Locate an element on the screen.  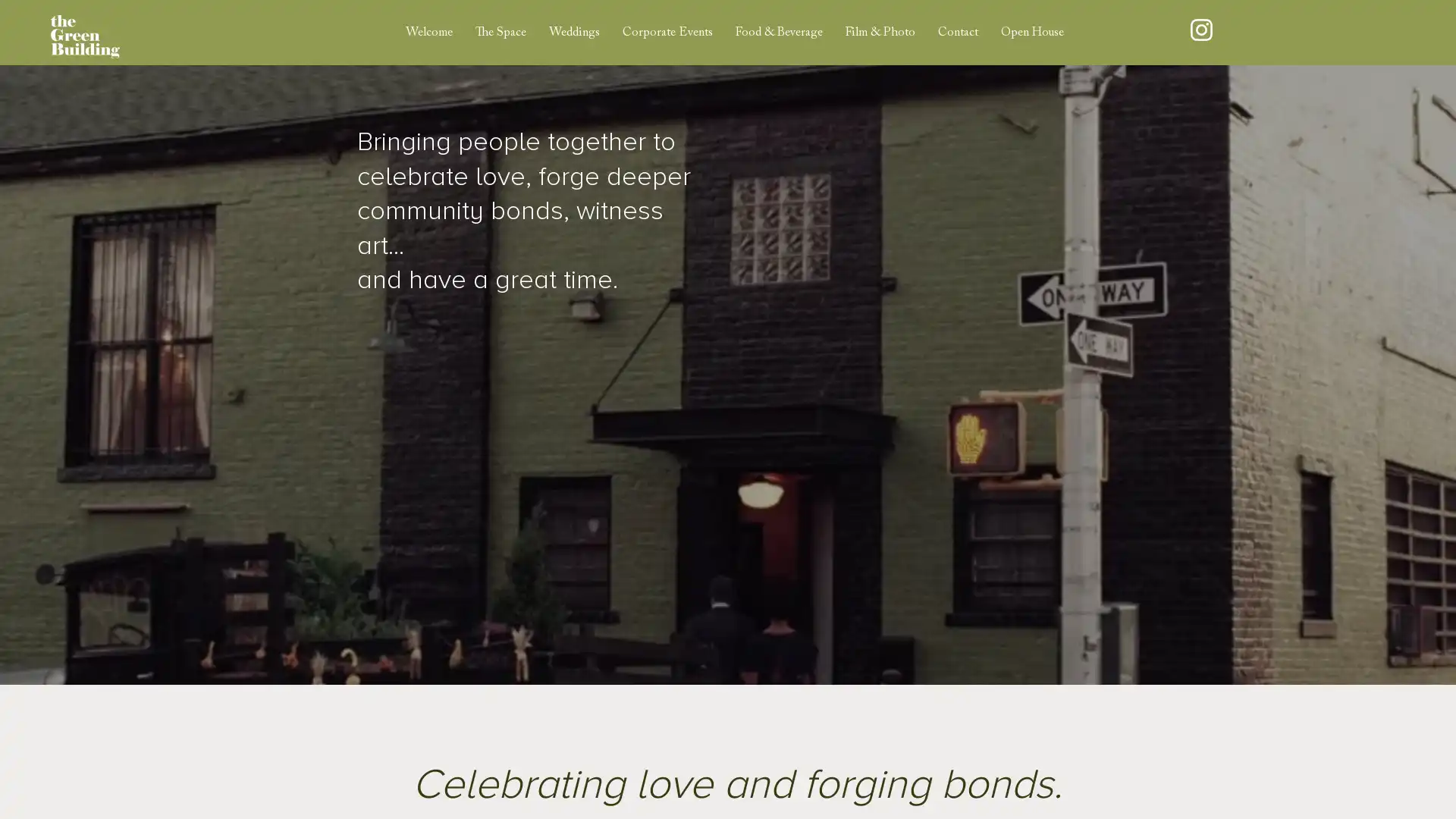
Log In is located at coordinates (1293, 32).